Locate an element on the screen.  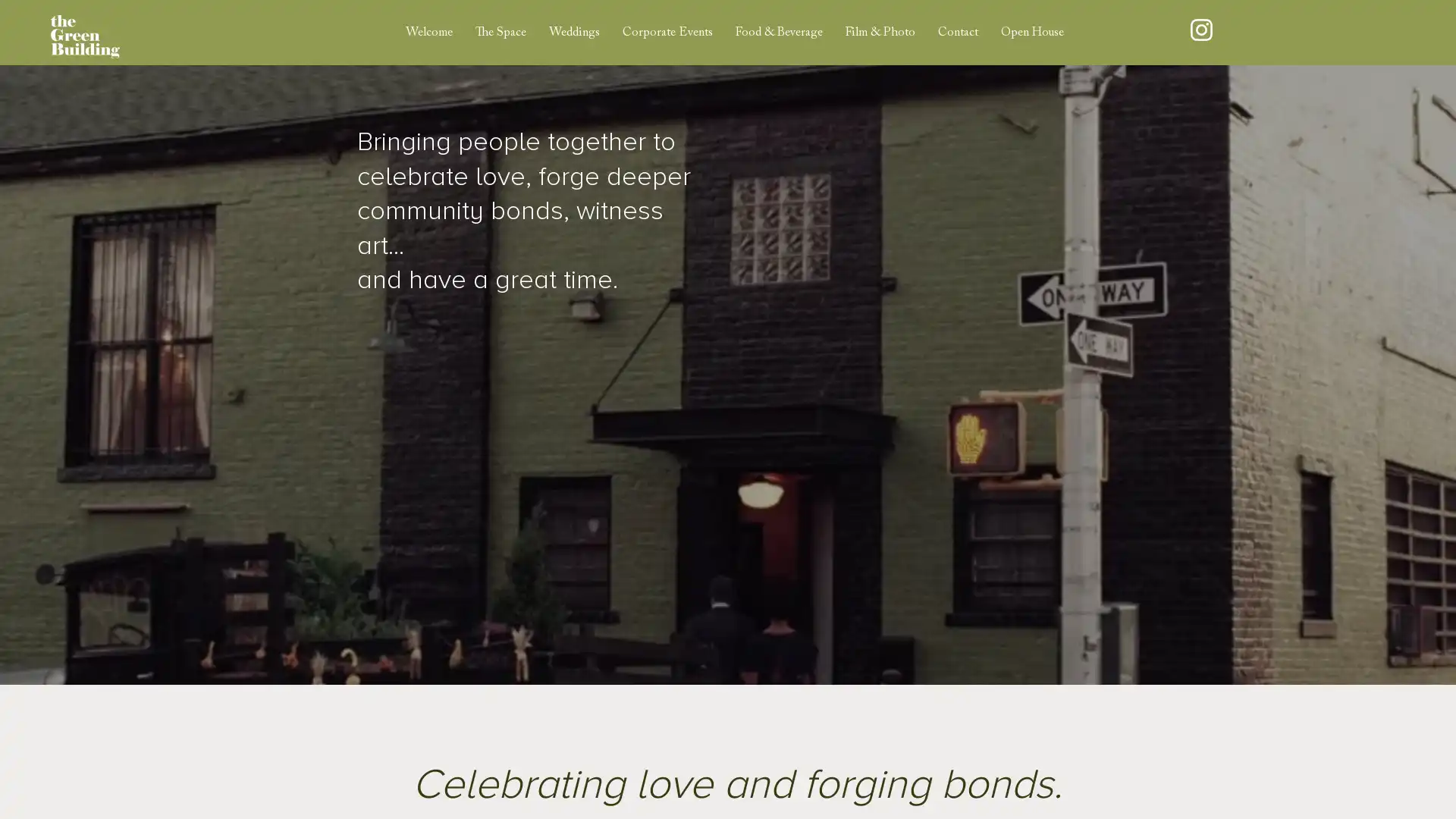
Log In is located at coordinates (1293, 32).